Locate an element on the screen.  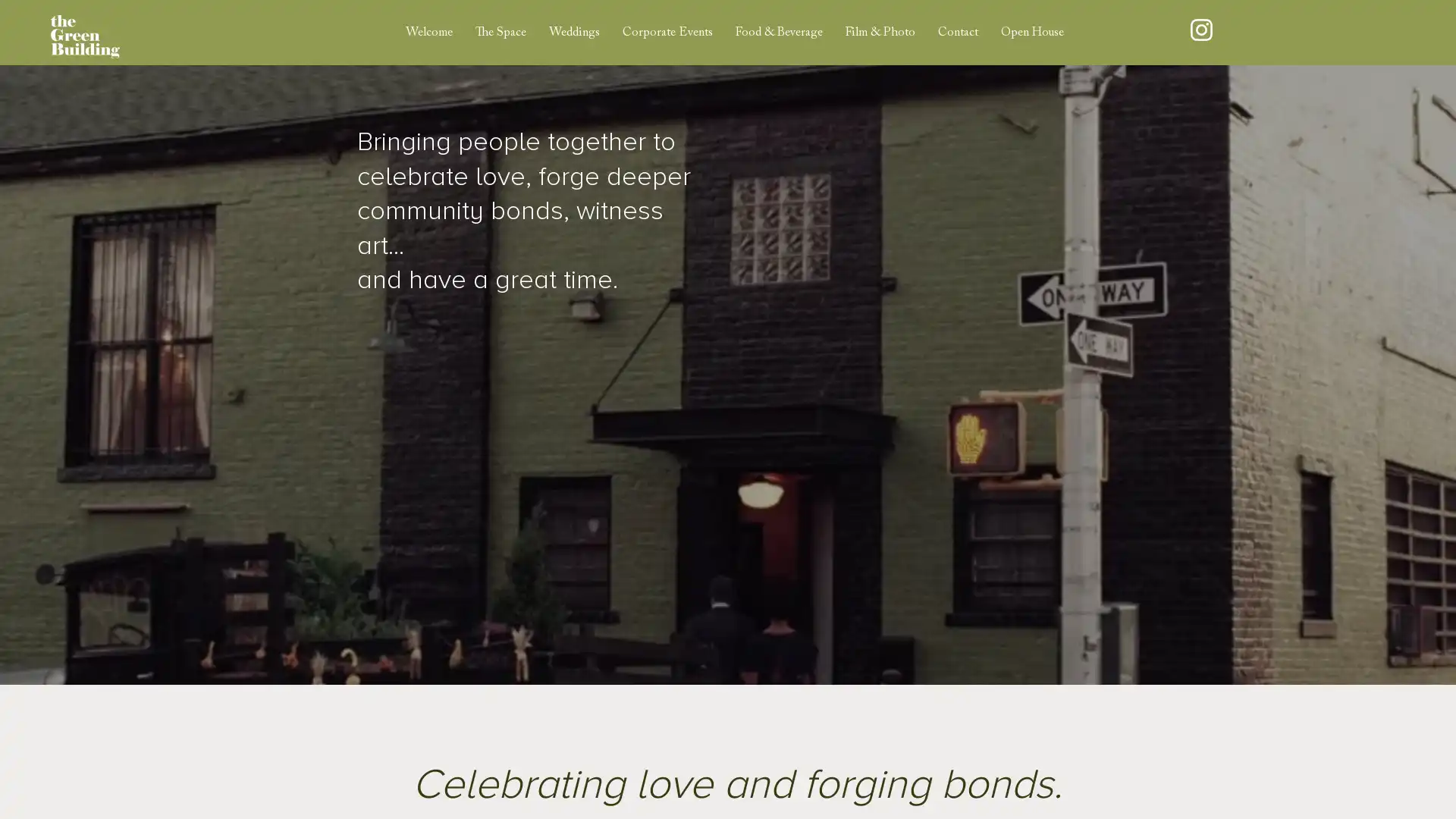
Log In is located at coordinates (1293, 32).